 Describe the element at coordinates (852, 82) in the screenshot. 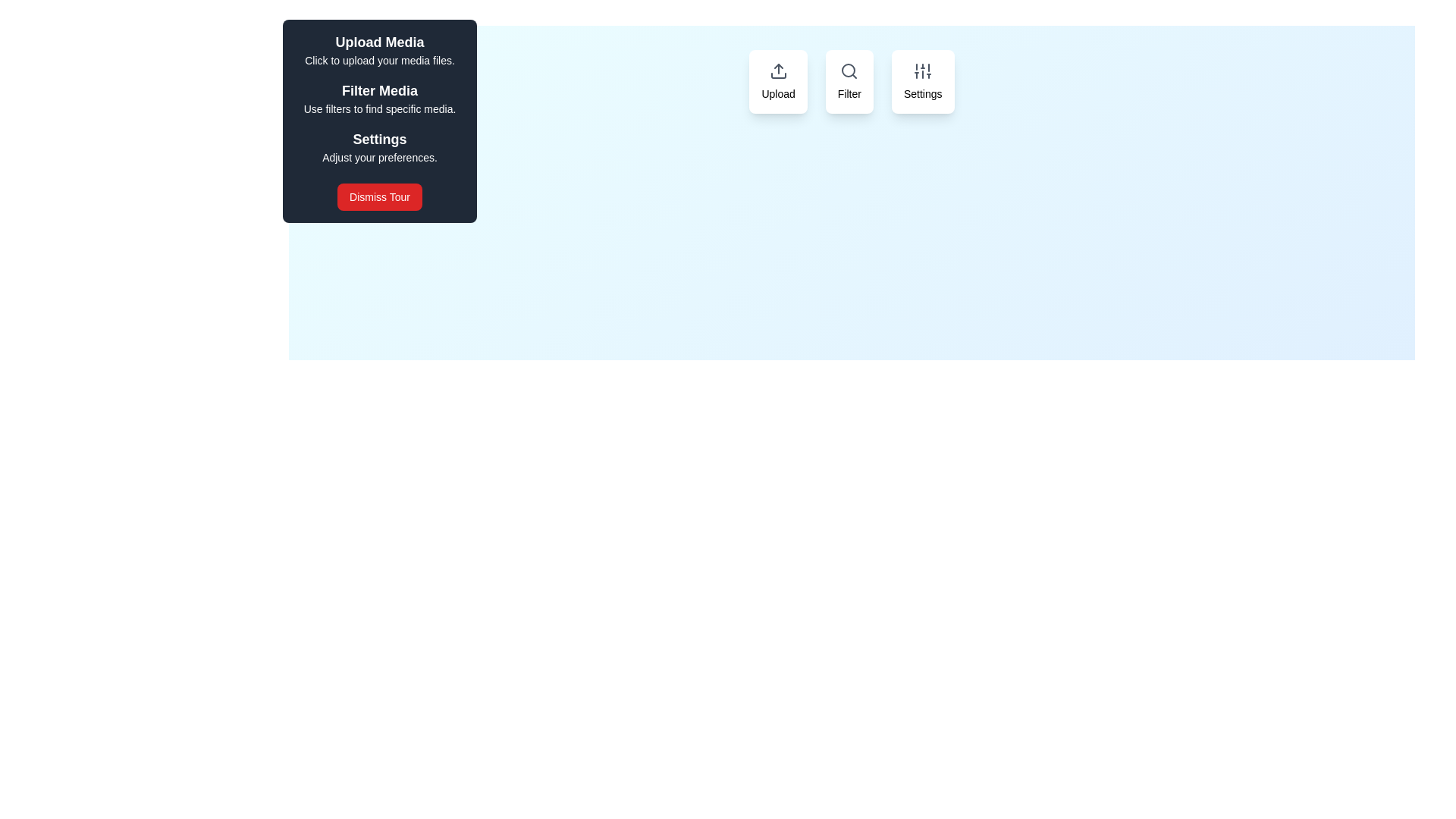

I see `the 'Filter' button, which is a white rounded rectangle with a magnifying glass icon at the top and the text 'Filter' below it, positioned centrally between the 'Upload' and 'Settings' buttons` at that location.